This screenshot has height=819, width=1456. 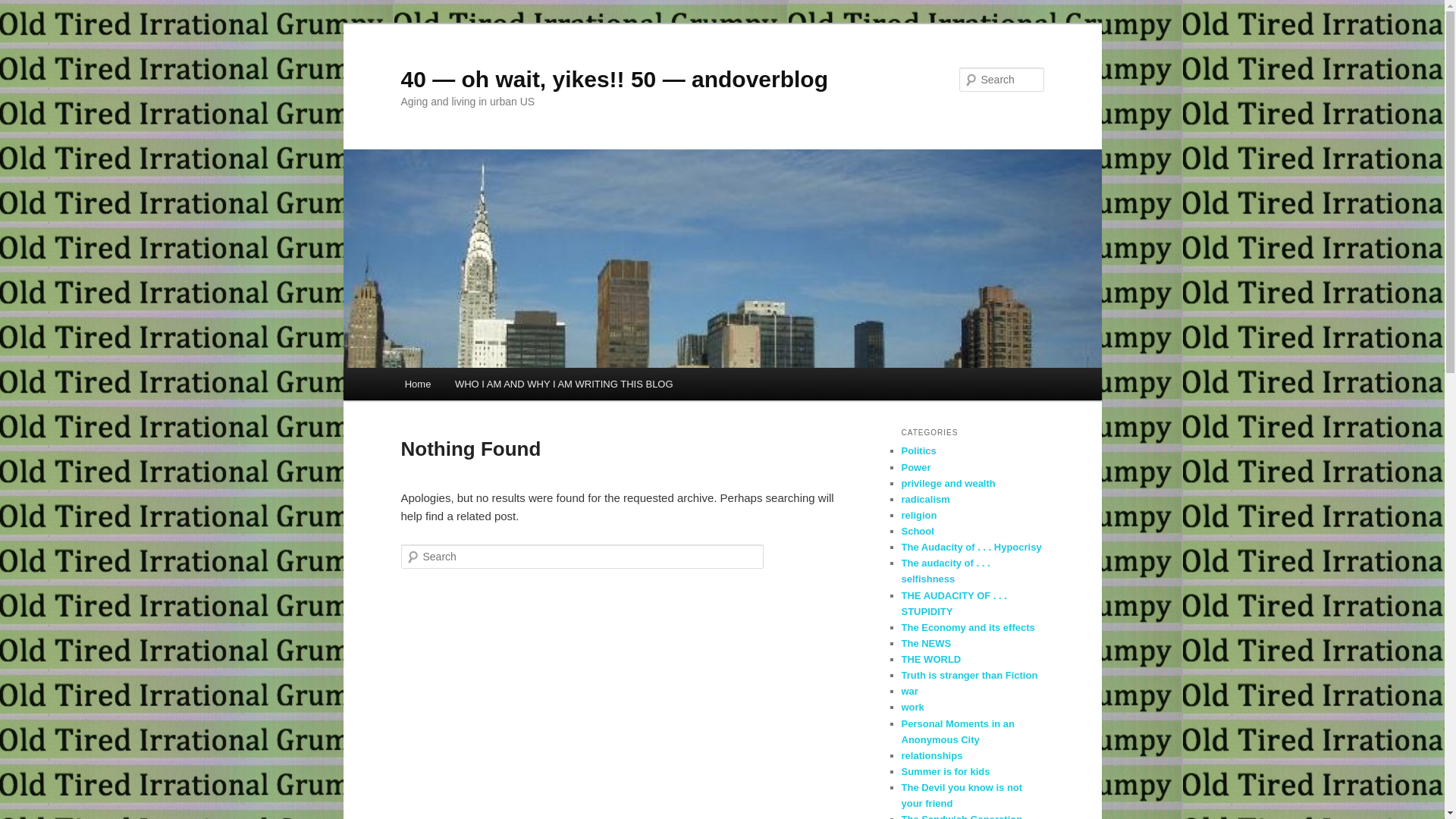 What do you see at coordinates (924, 643) in the screenshot?
I see `'The NEWS'` at bounding box center [924, 643].